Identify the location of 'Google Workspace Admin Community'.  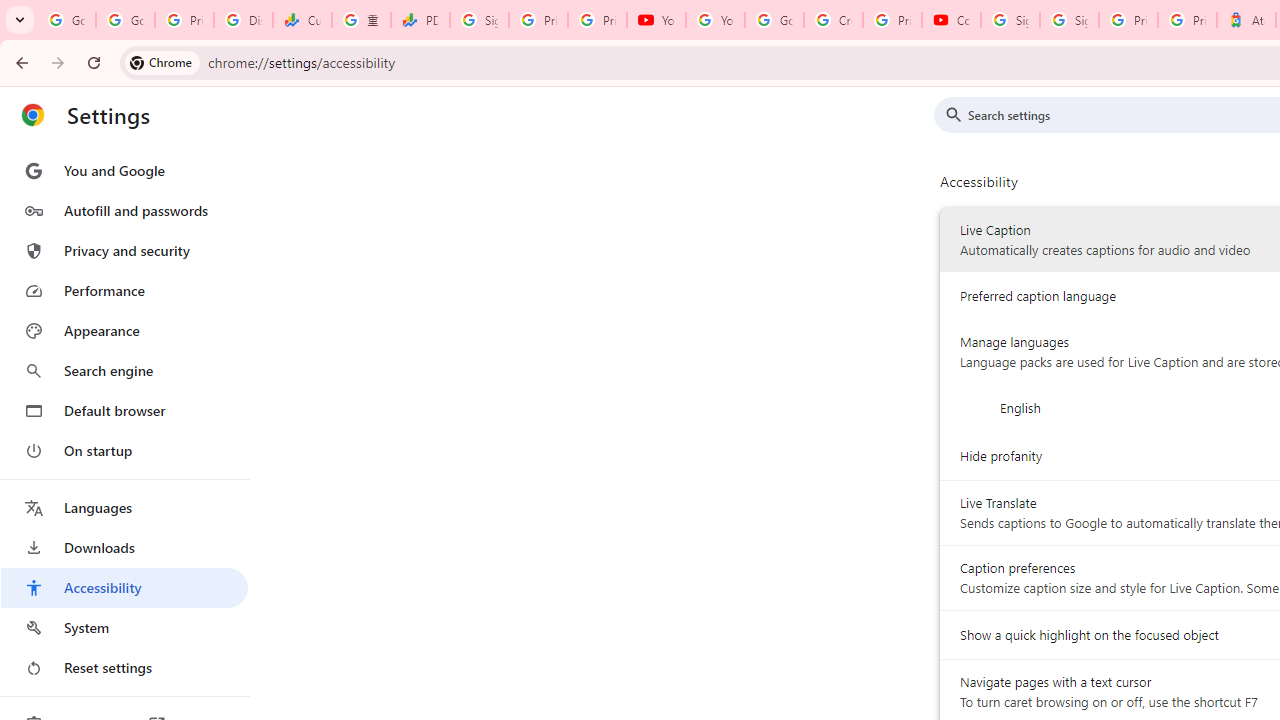
(66, 20).